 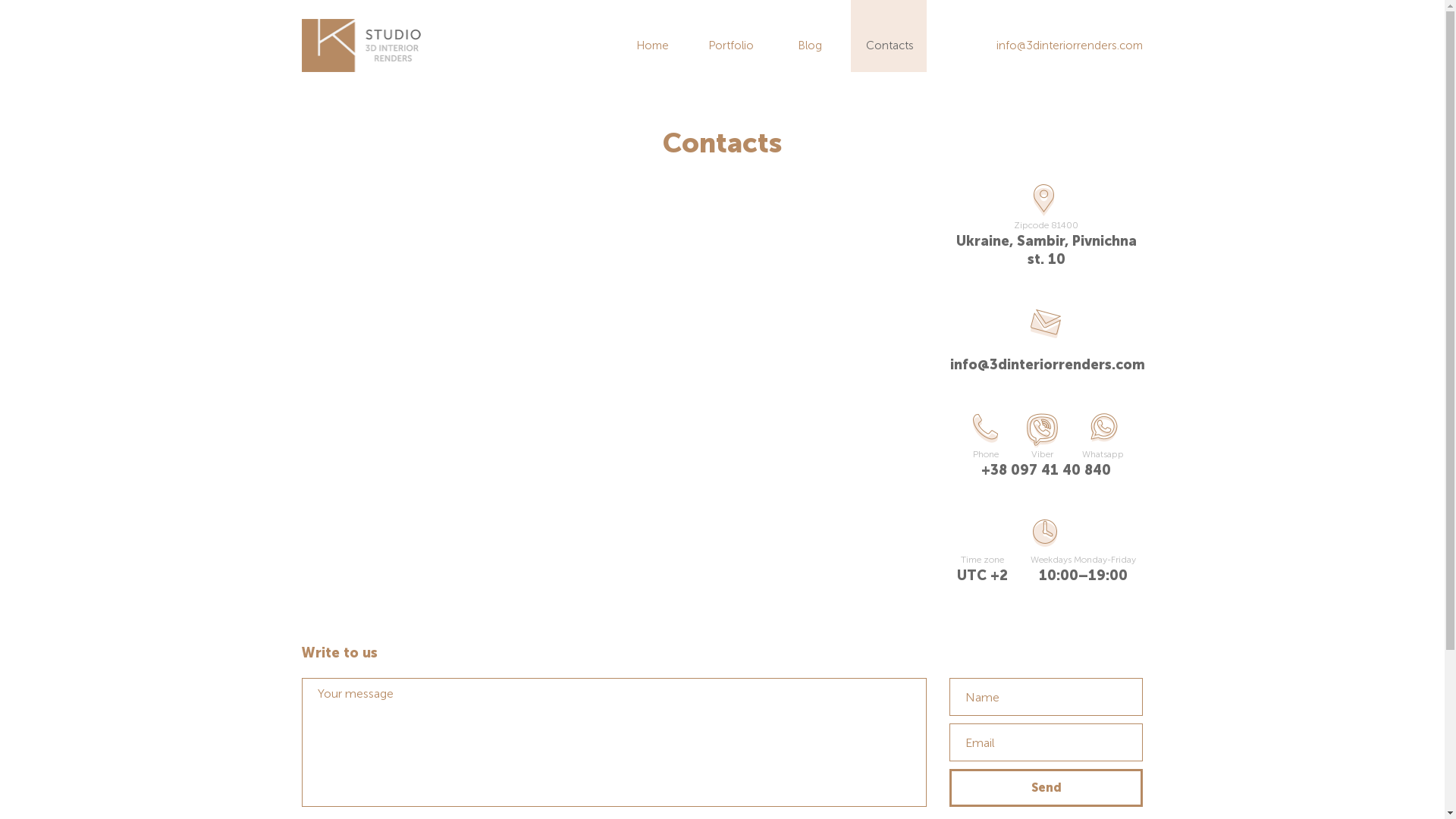 I want to click on 'Contacts', so click(x=888, y=45).